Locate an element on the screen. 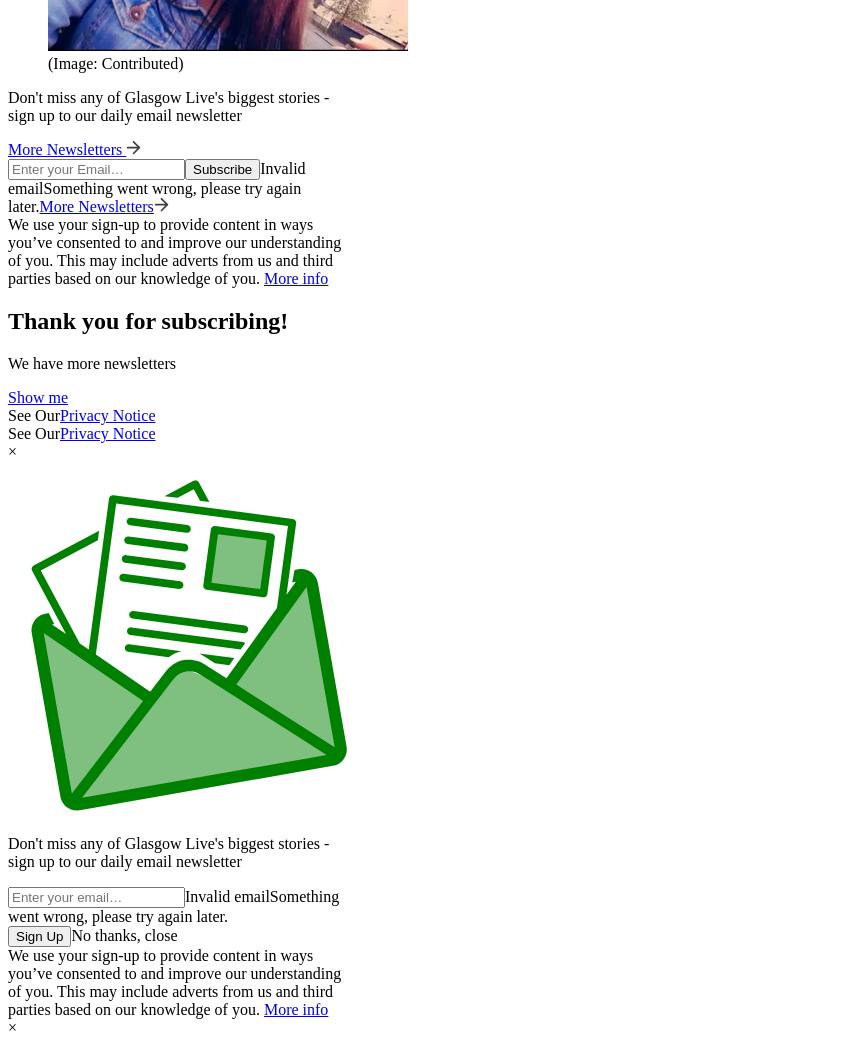  'Show me' is located at coordinates (38, 397).